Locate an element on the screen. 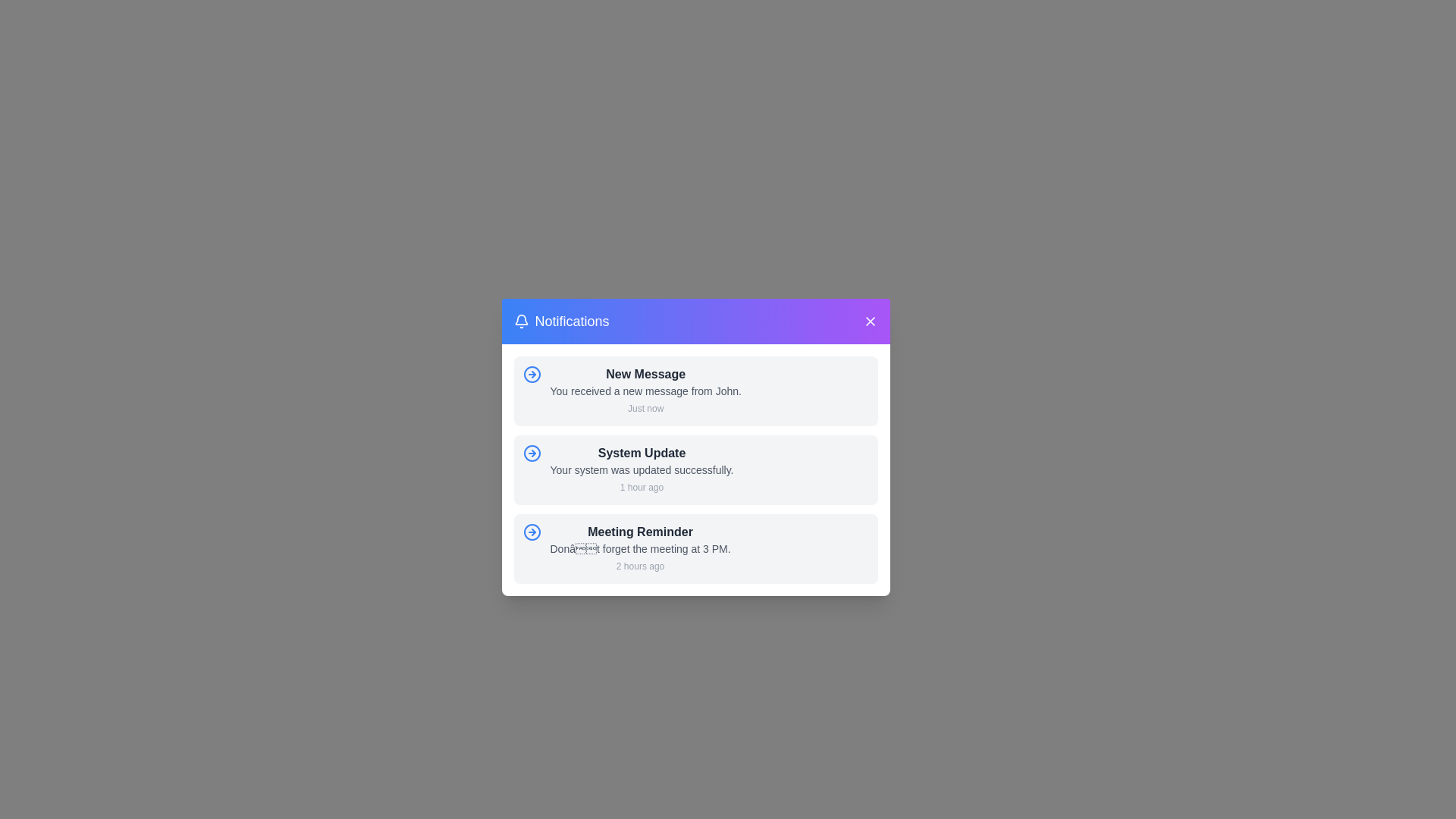 Image resolution: width=1456 pixels, height=819 pixels. the navigational icon located in the top-left section of the 'New Message' notification card, positioned beside the text content is located at coordinates (532, 374).